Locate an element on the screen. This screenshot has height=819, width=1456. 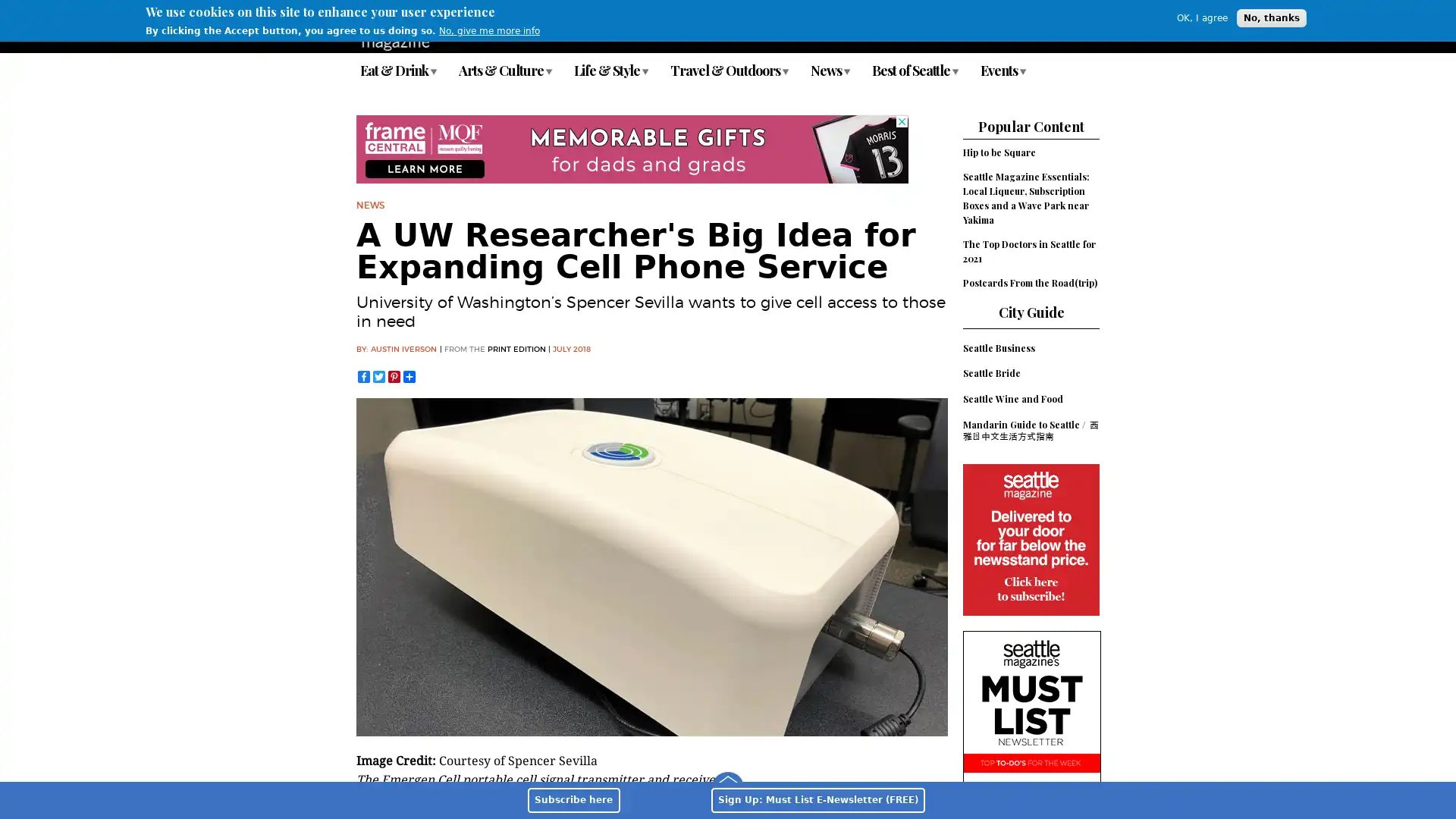
No, thanks is located at coordinates (1271, 17).